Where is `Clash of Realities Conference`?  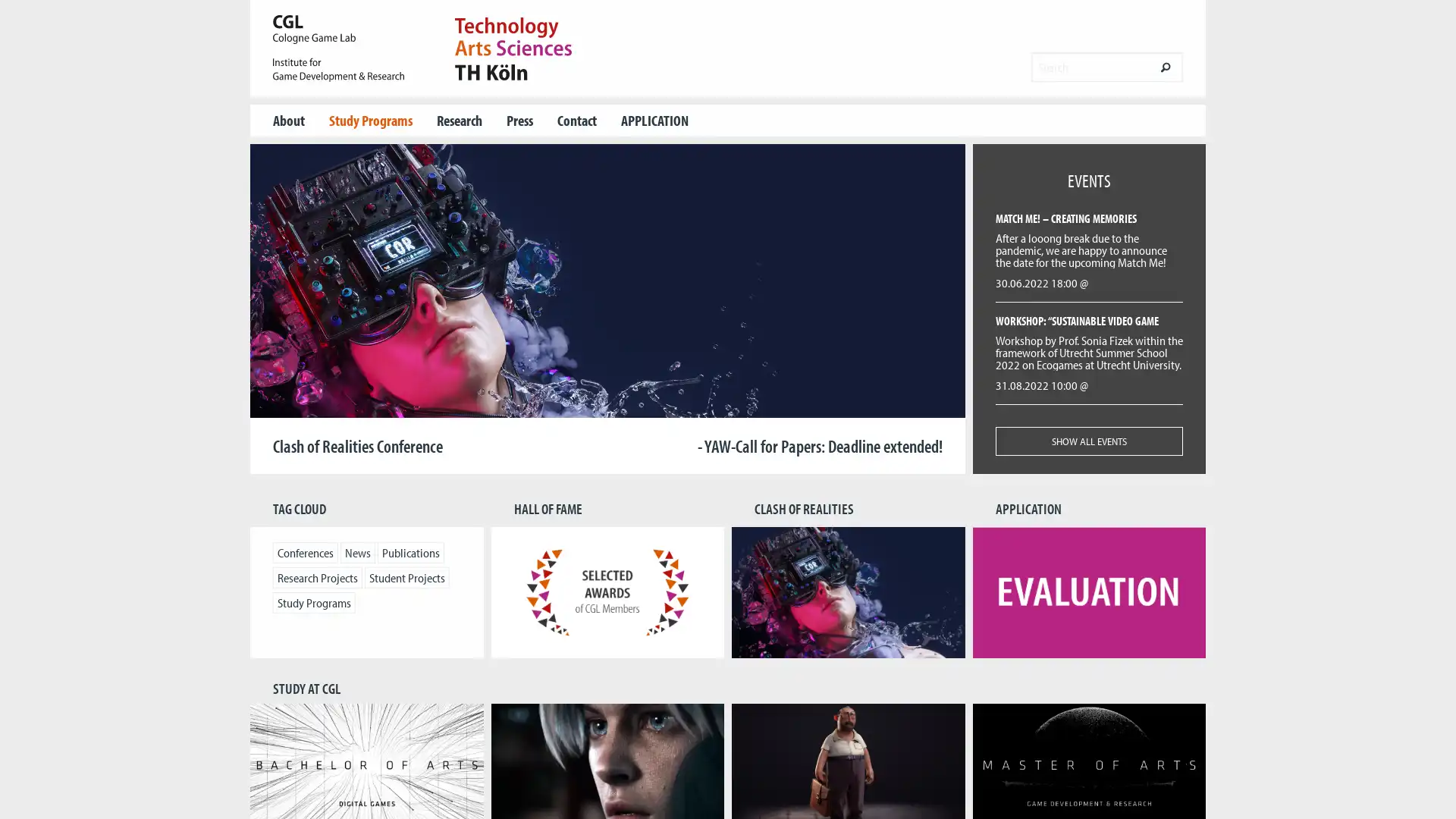
Clash of Realities Conference is located at coordinates (582, 405).